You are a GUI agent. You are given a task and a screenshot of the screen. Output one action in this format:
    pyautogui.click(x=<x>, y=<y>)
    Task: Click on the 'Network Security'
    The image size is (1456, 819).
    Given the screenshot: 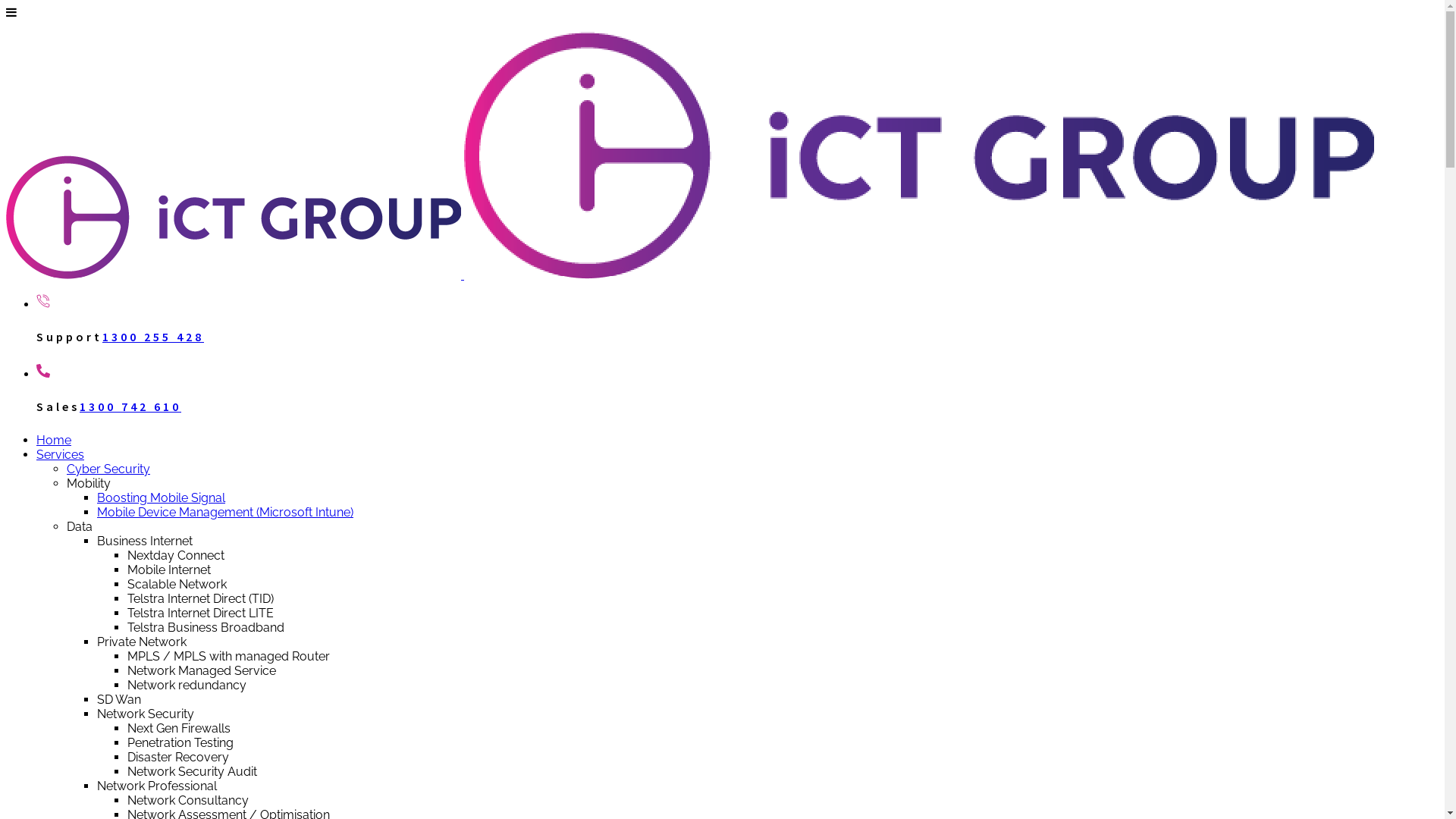 What is the action you would take?
    pyautogui.click(x=146, y=714)
    